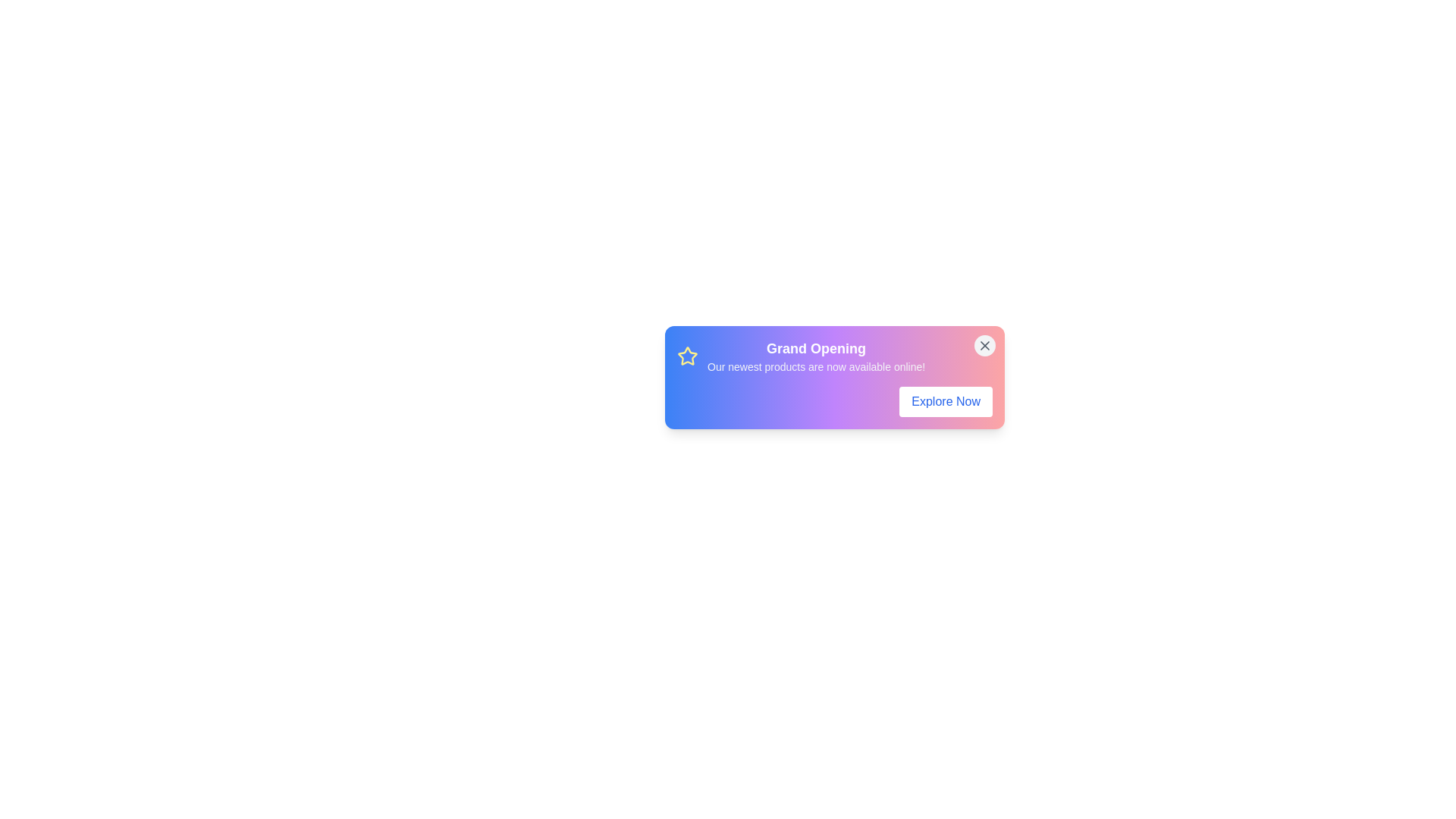 This screenshot has width=1456, height=819. I want to click on the small square close button icon with an 'X' on a rounded grayish background located in the top-right corner of the notification card, so click(985, 345).